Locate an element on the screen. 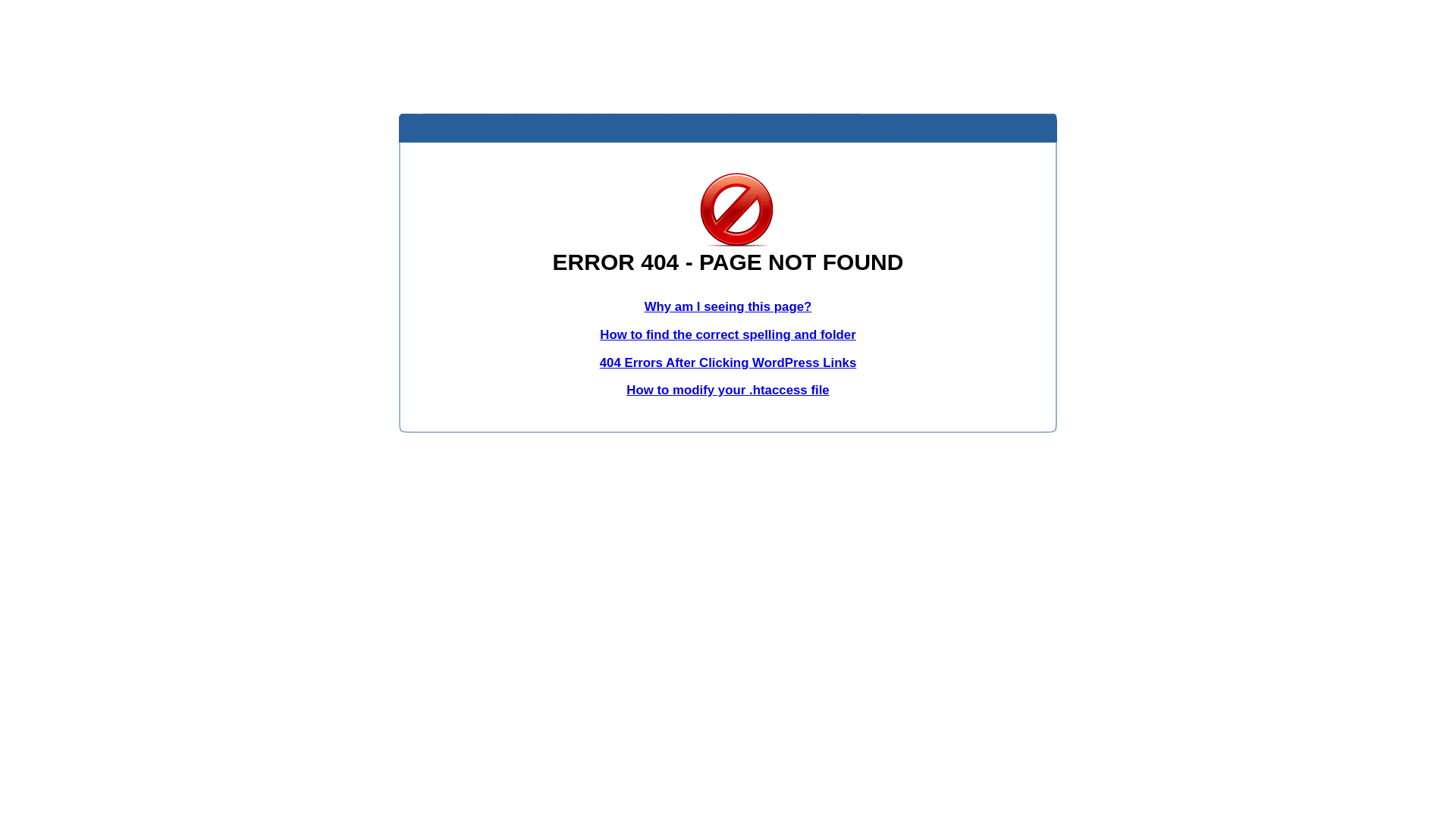  'How to modify your .htaccess file' is located at coordinates (726, 389).